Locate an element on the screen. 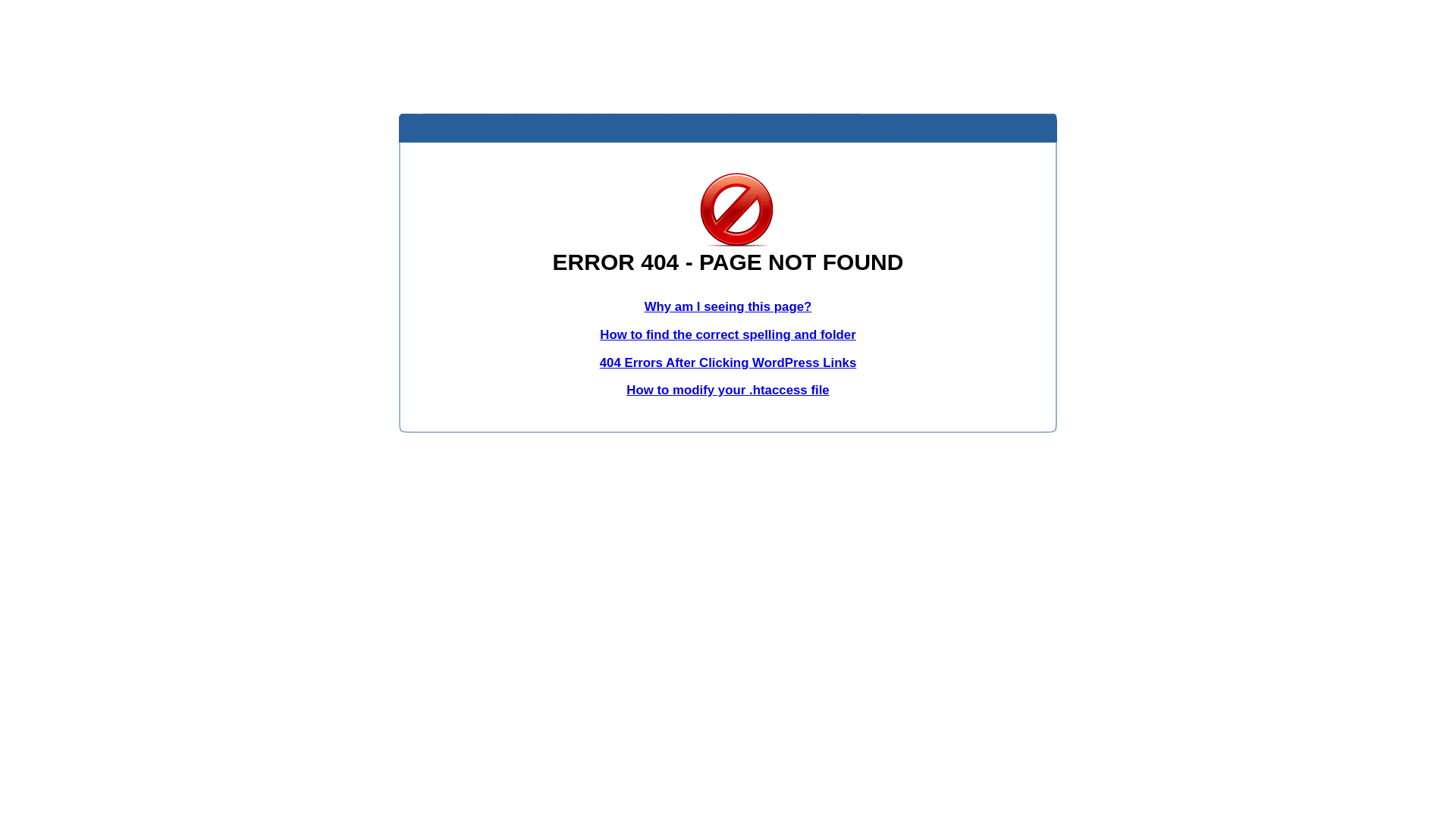  'How to modify your .htaccess file' is located at coordinates (726, 389).